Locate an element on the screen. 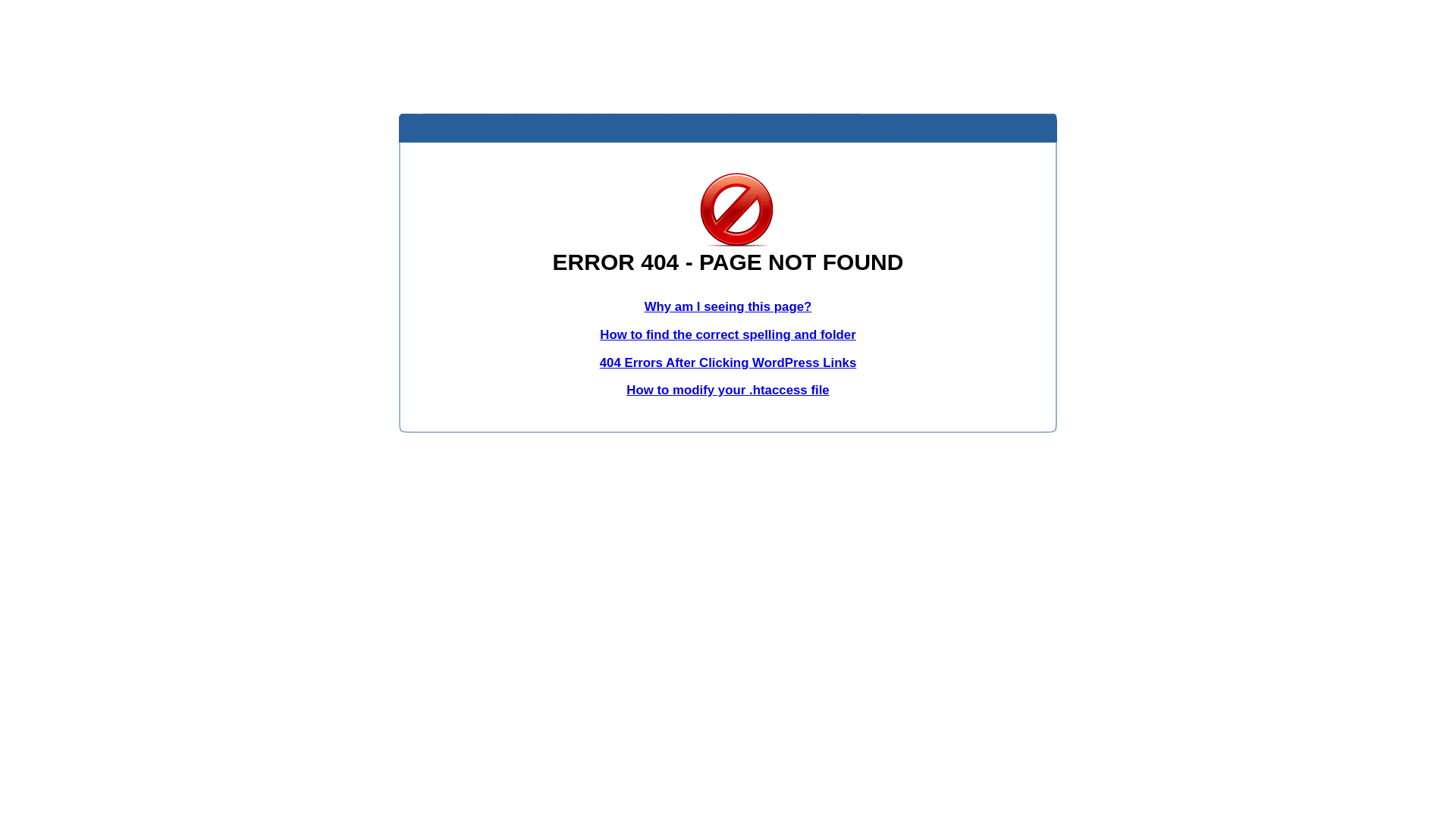  'How to modify your .htaccess file' is located at coordinates (726, 389).